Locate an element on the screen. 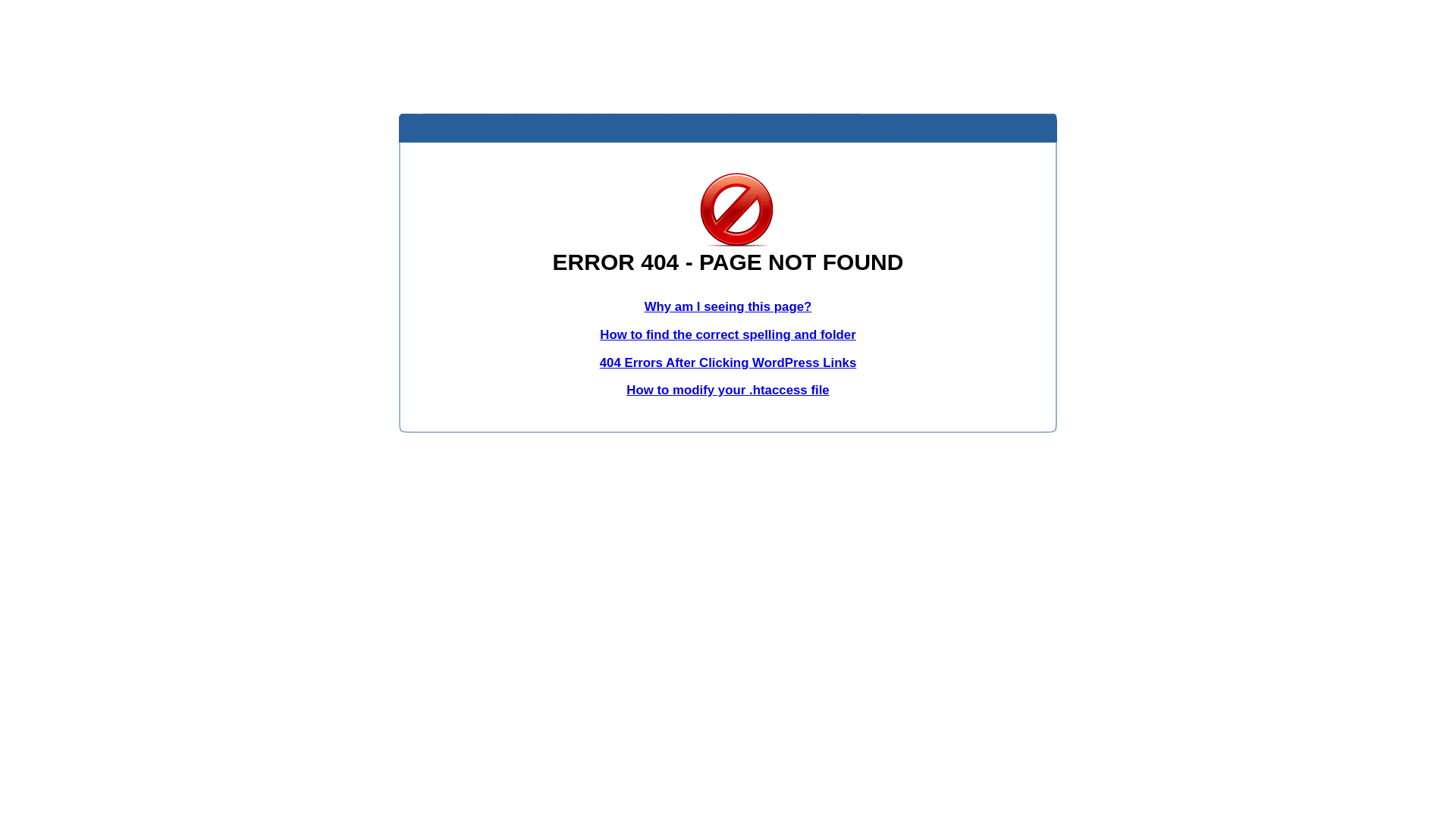  'How to modify your .htaccess file' is located at coordinates (726, 389).